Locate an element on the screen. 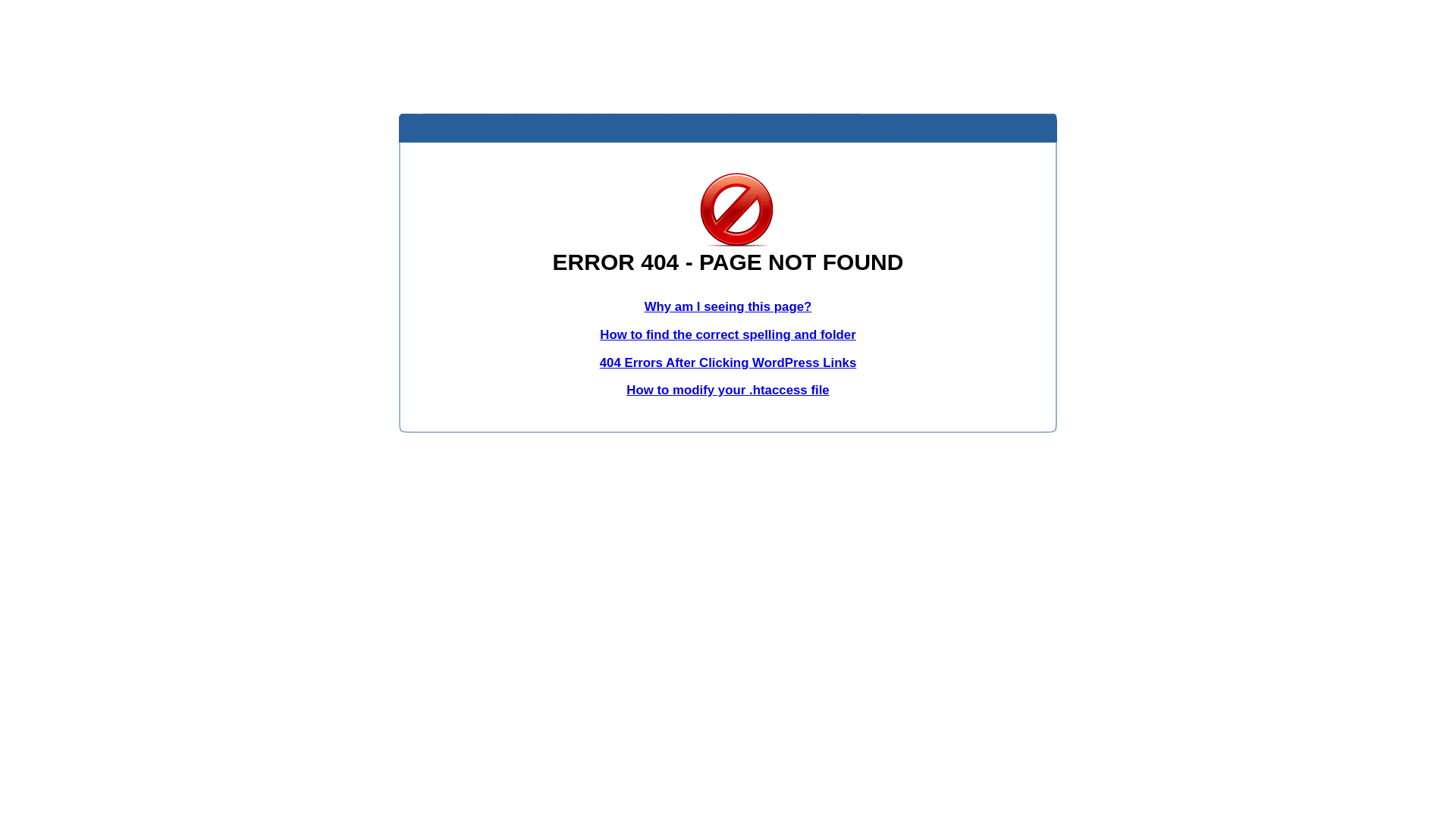  'How to modify your .htaccess file' is located at coordinates (726, 389).